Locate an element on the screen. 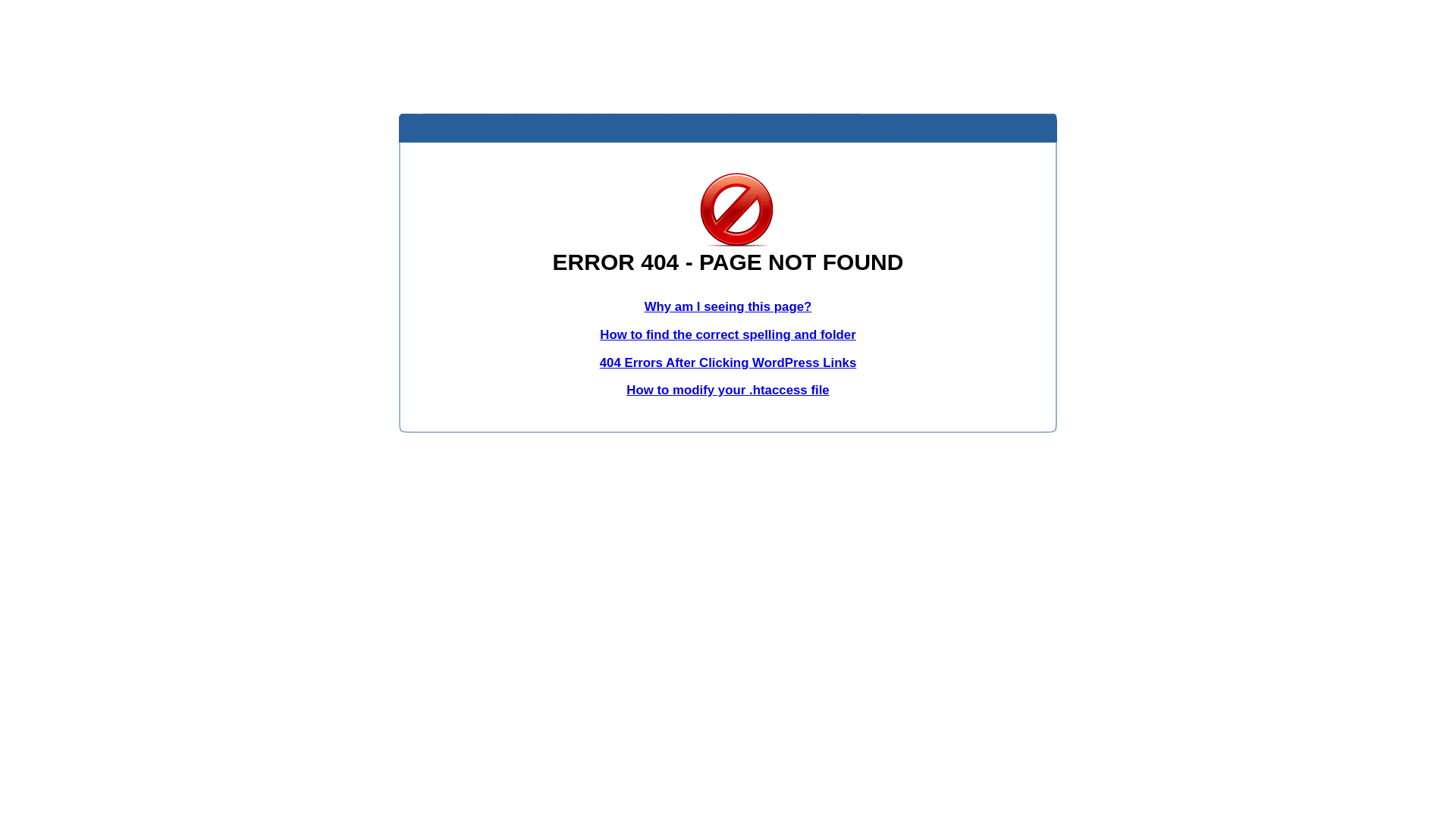  'How to modify your .htaccess file' is located at coordinates (726, 389).